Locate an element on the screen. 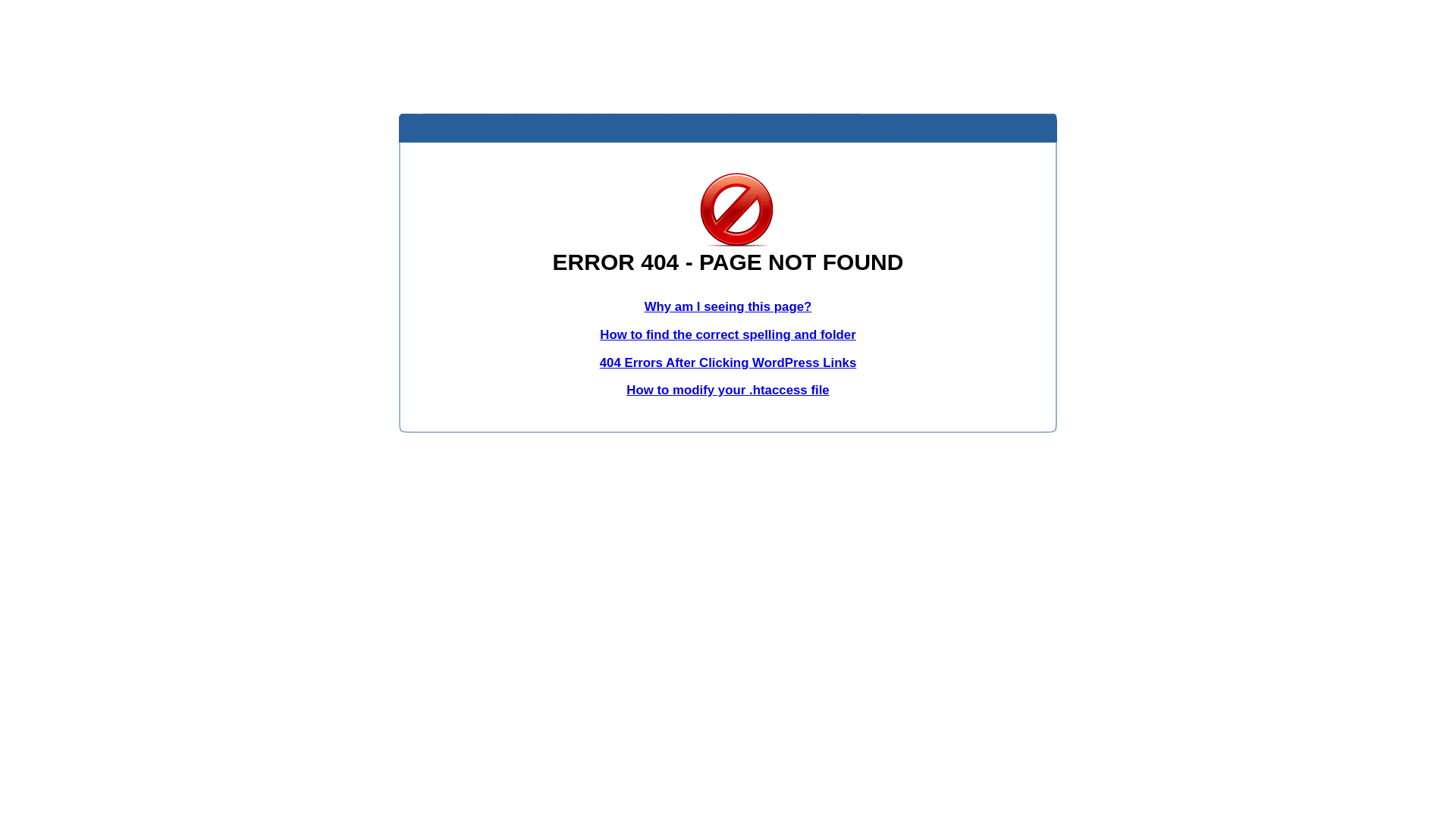  'How to modify your .htaccess file' is located at coordinates (726, 389).